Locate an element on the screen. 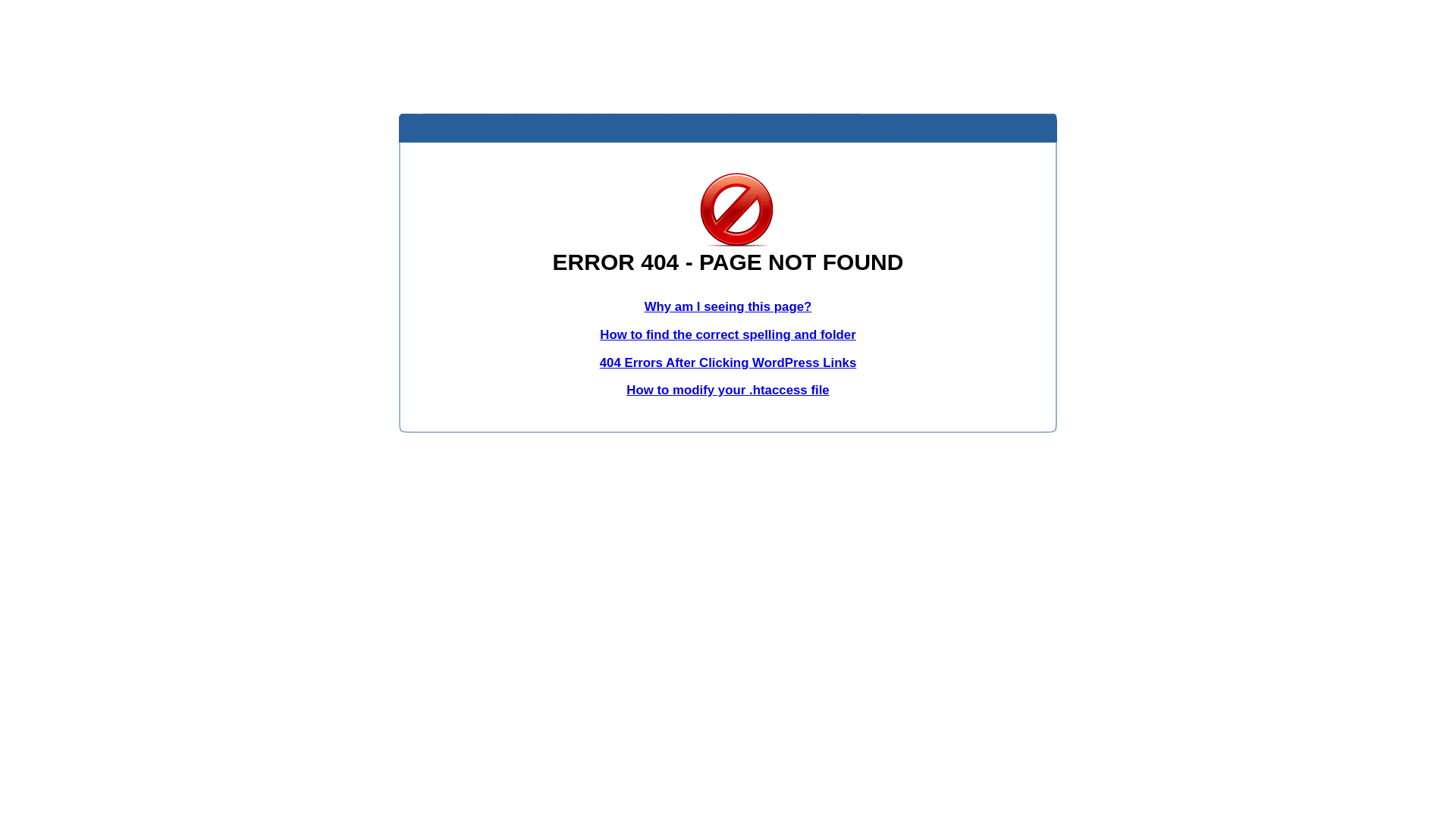  'How to modify your .htaccess file' is located at coordinates (726, 389).